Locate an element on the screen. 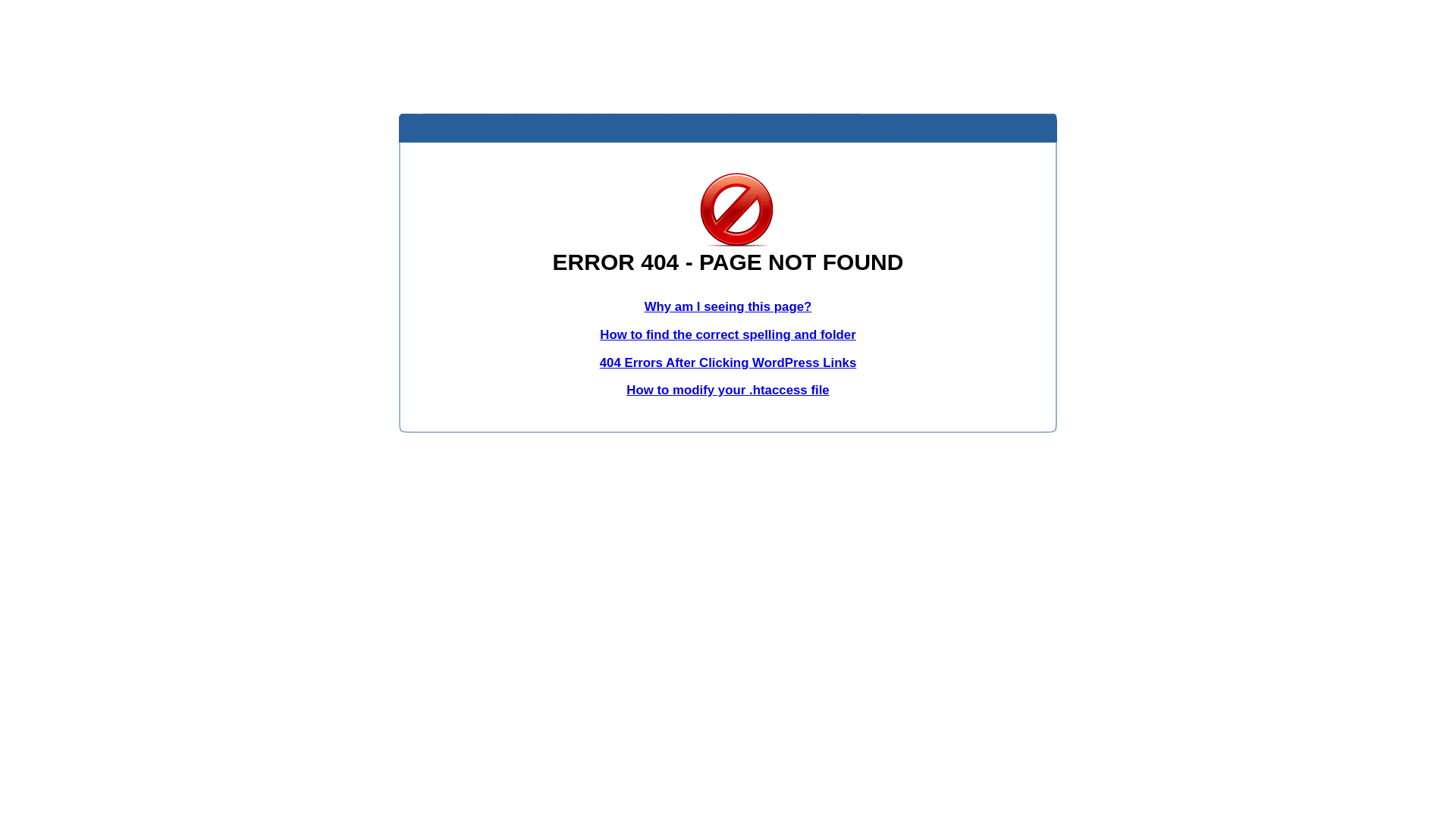  'How to modify your .htaccess file' is located at coordinates (726, 389).